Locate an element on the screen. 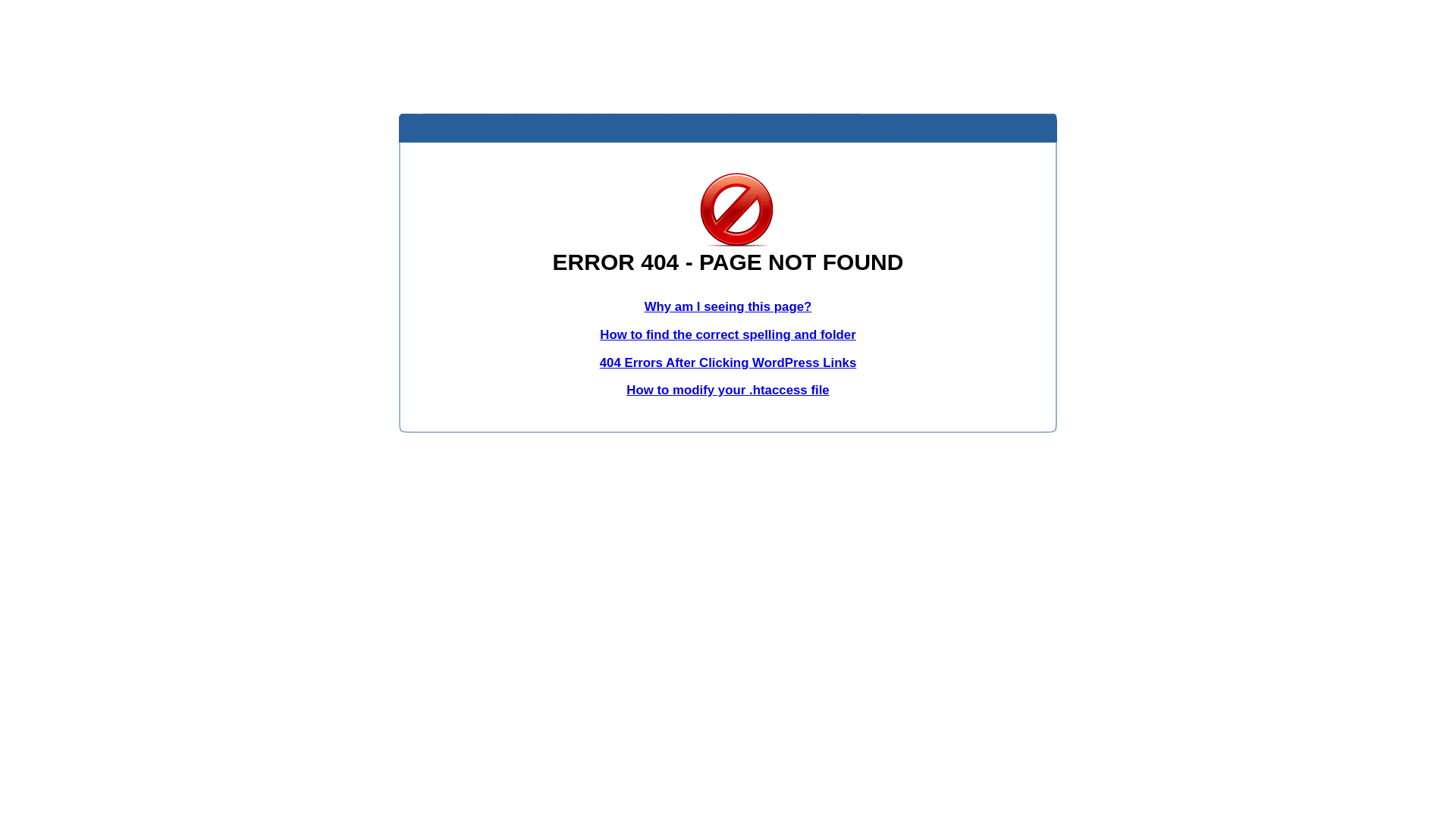  'How to modify your .htaccess file' is located at coordinates (726, 389).